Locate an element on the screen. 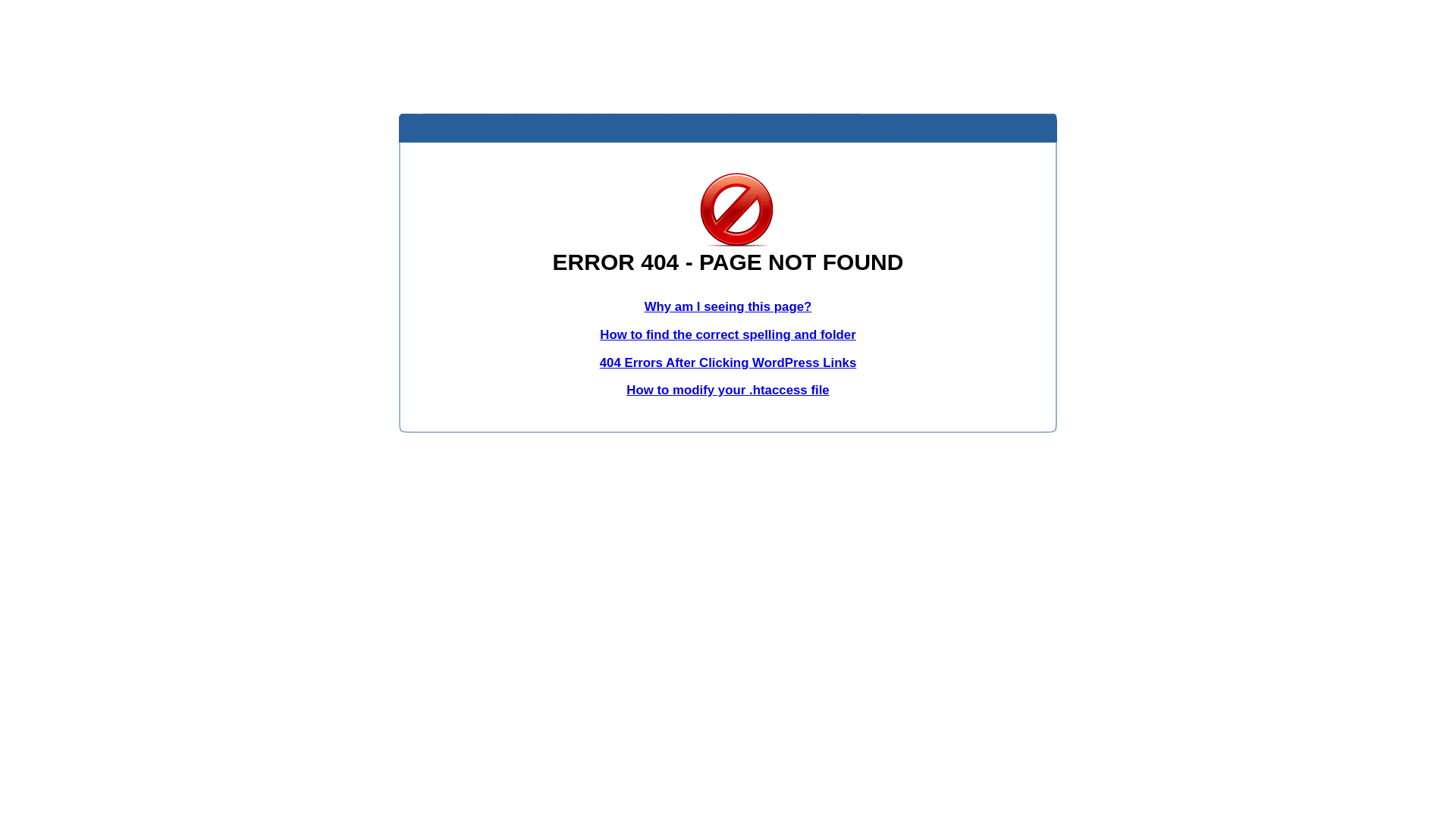  'How to modify your .htaccess file' is located at coordinates (726, 389).